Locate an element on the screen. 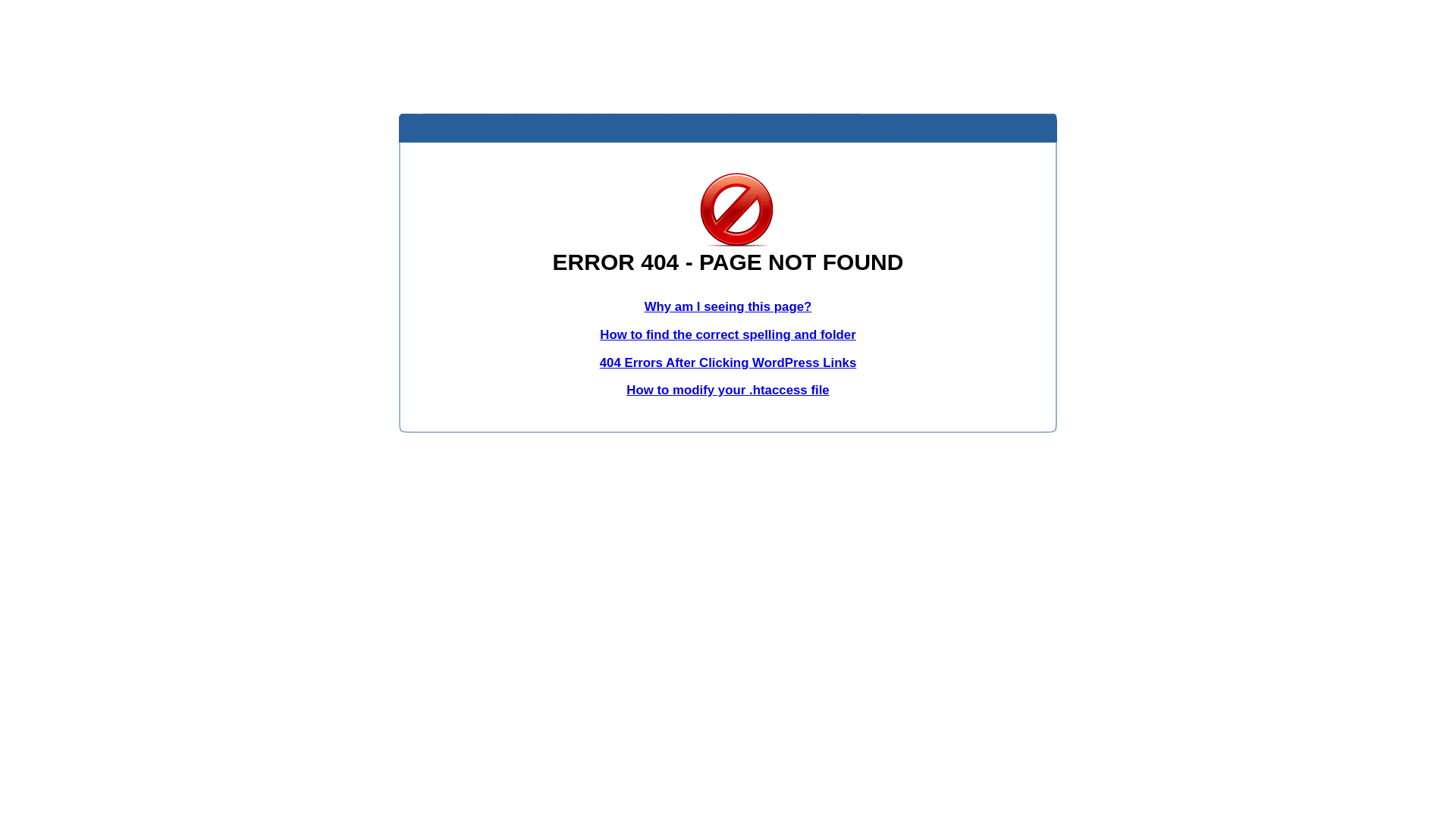  'How to modify your .htaccess file' is located at coordinates (726, 389).